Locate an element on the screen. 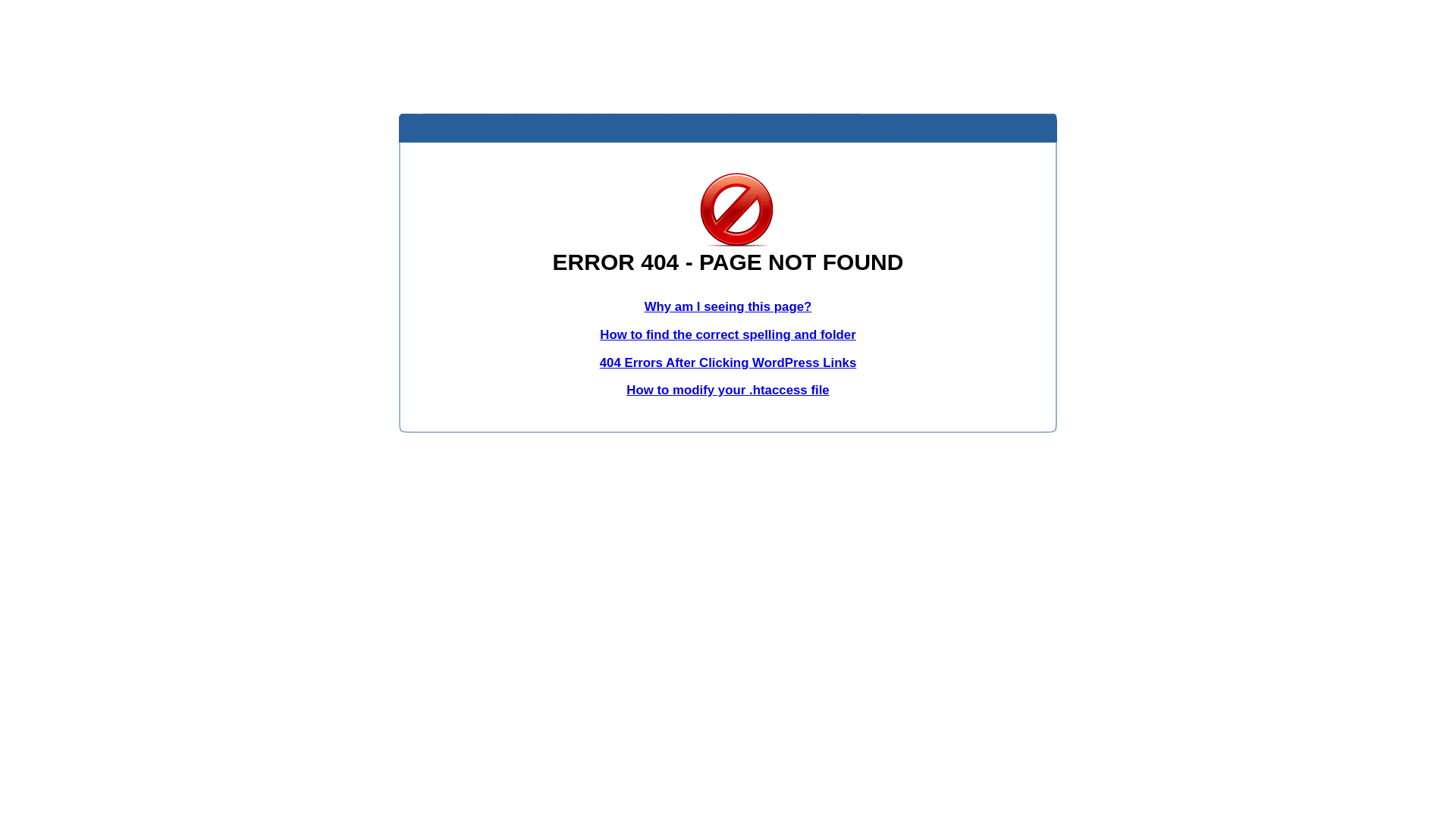  'How to modify your .htaccess file' is located at coordinates (726, 389).